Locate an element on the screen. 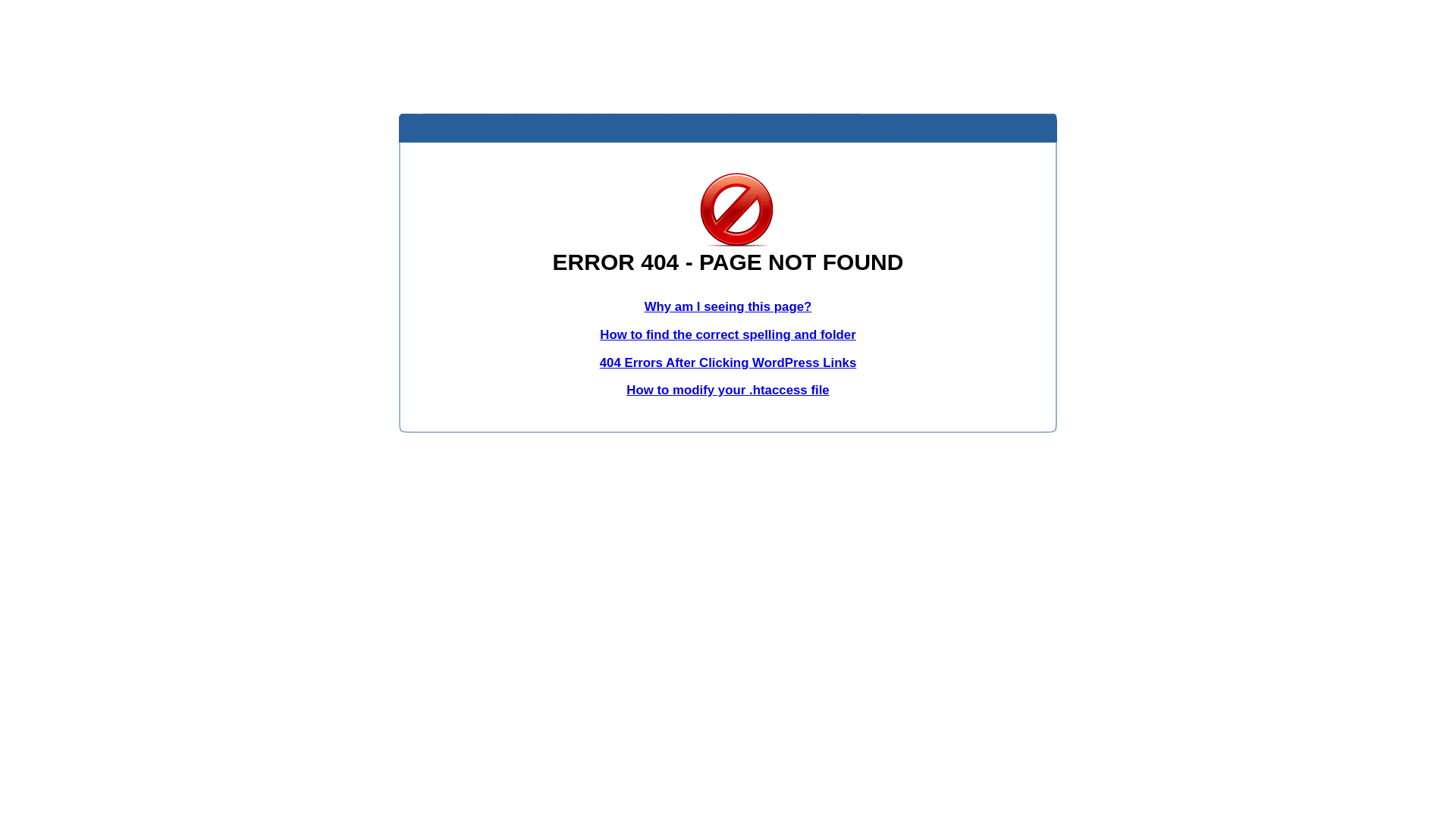  'How to modify your .htaccess file' is located at coordinates (726, 389).